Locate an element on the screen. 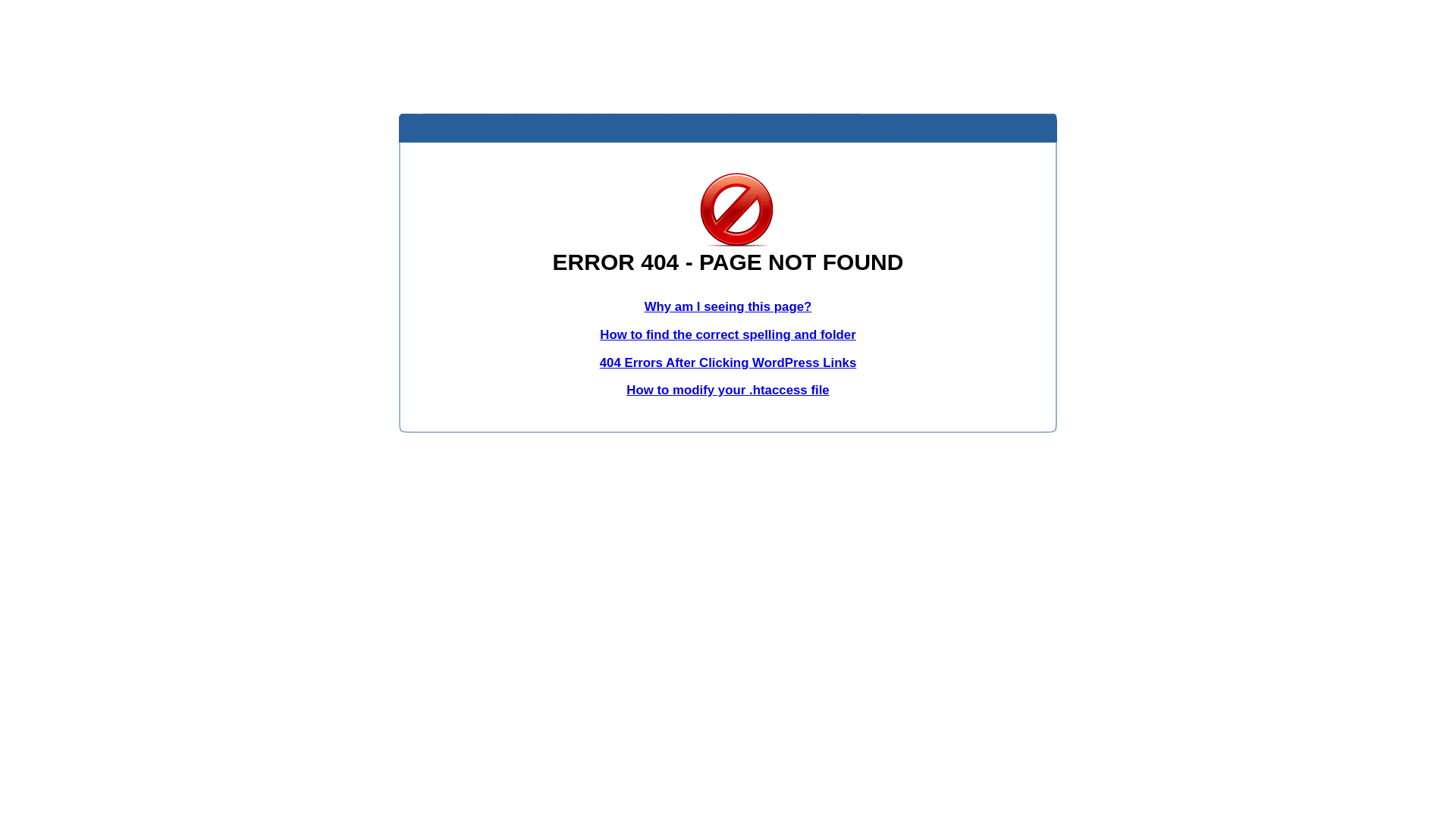  'How to modify your .htaccess file' is located at coordinates (726, 389).